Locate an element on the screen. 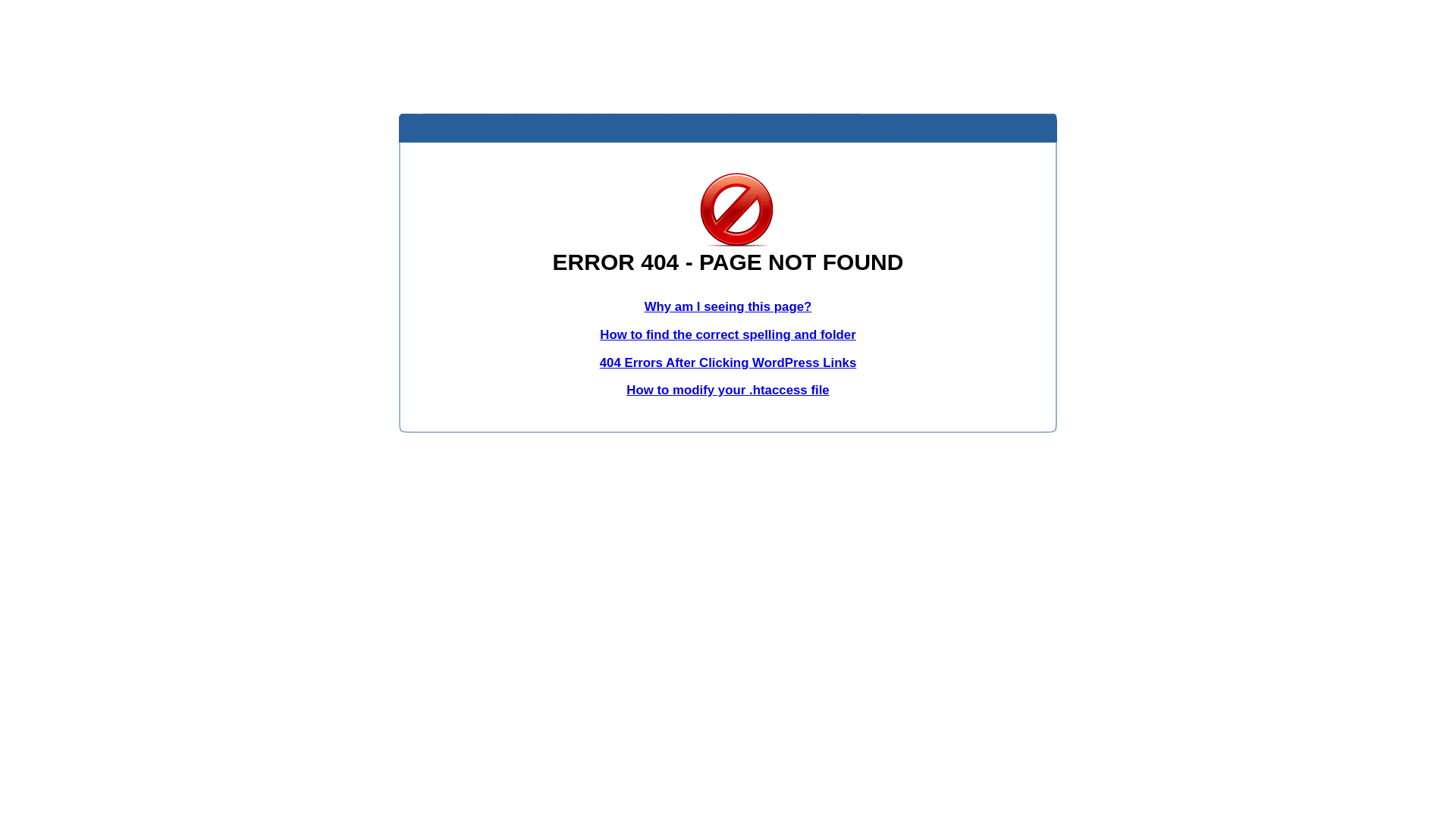  'How to modify your .htaccess file' is located at coordinates (726, 389).